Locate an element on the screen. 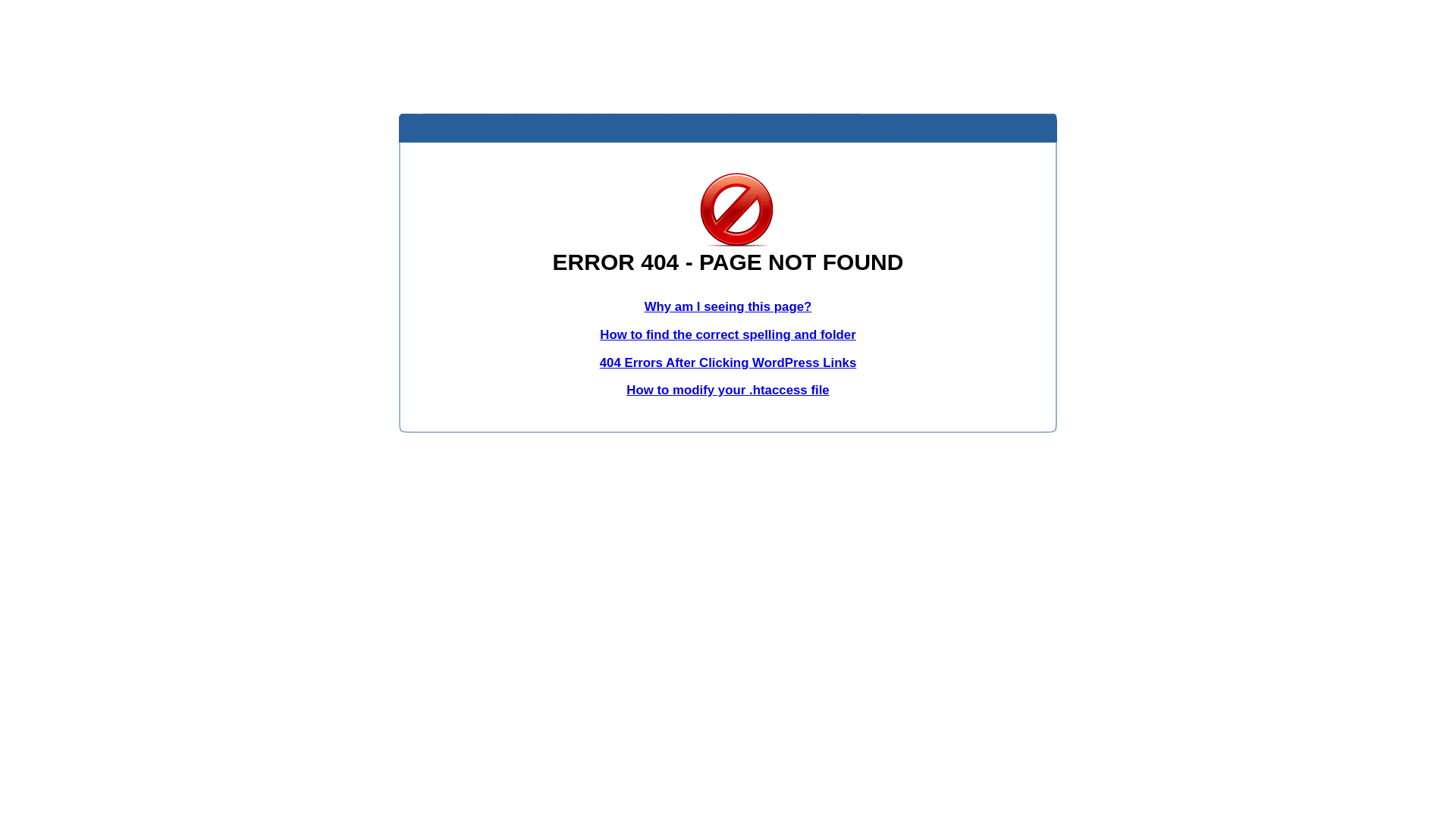  'How to modify your .htaccess file' is located at coordinates (726, 389).